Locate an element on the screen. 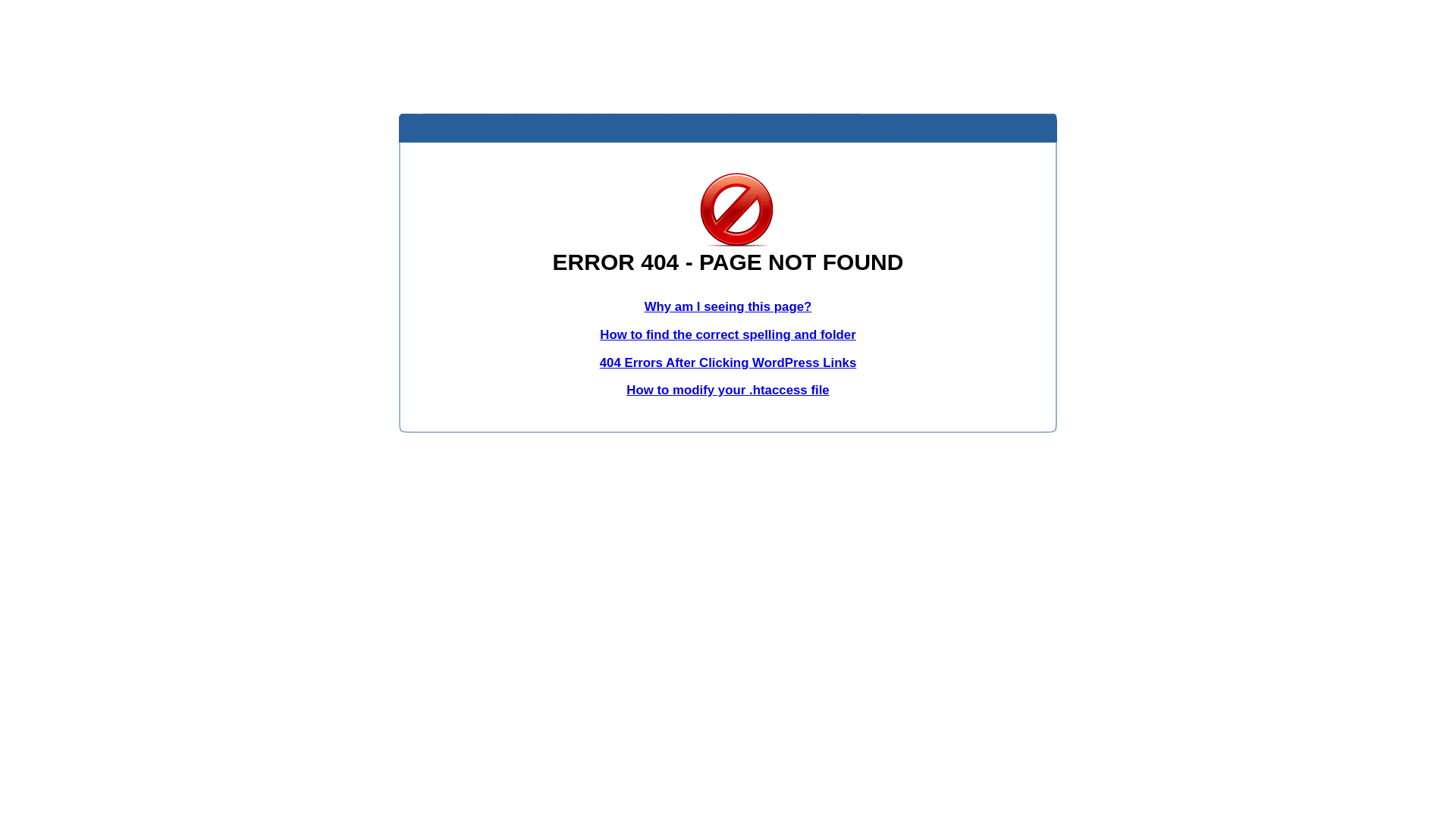  'How to modify your .htaccess file' is located at coordinates (726, 389).